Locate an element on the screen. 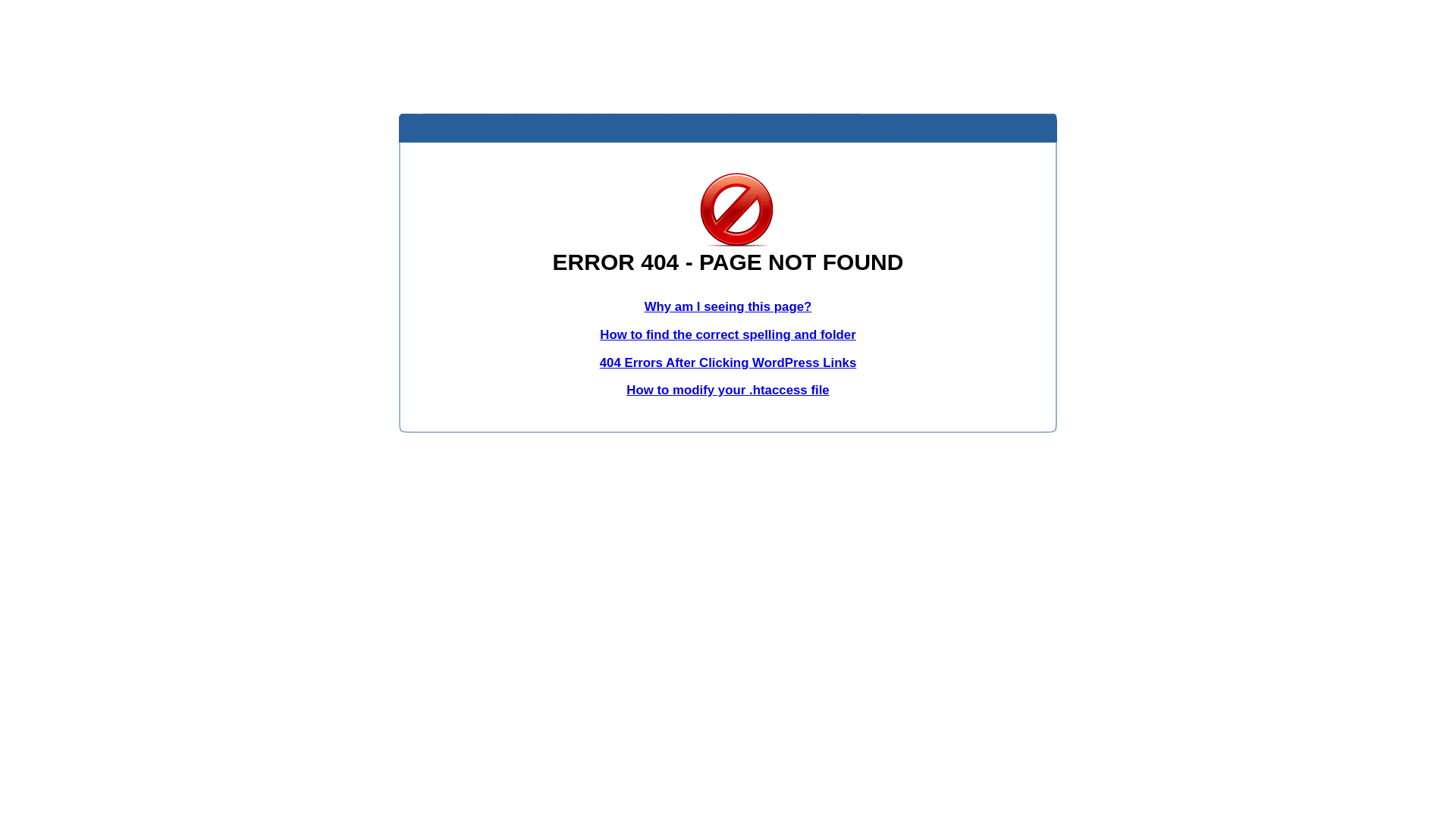  'How to modify your .htaccess file' is located at coordinates (726, 389).